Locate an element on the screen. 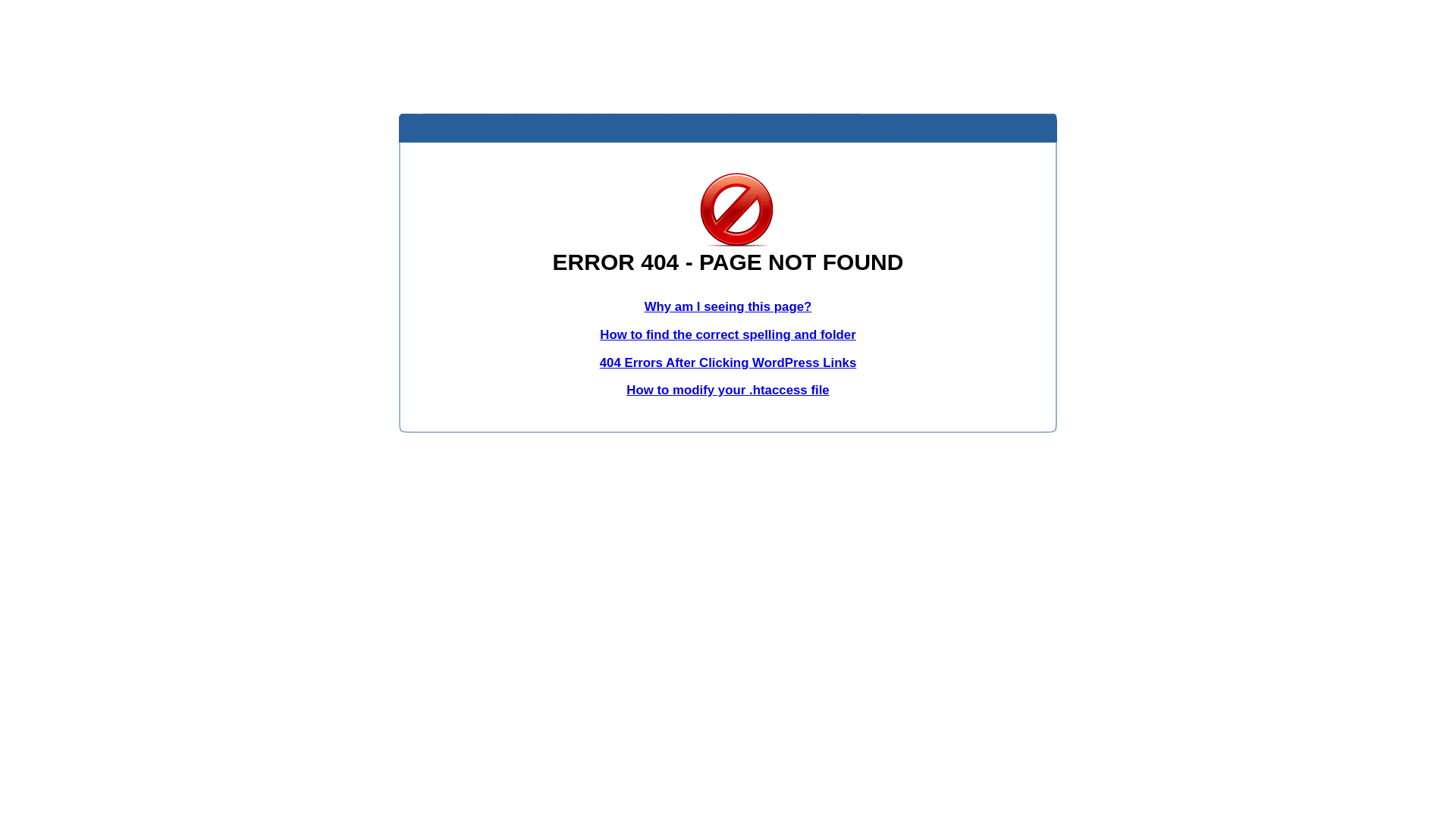  'How to modify your .htaccess file' is located at coordinates (726, 389).